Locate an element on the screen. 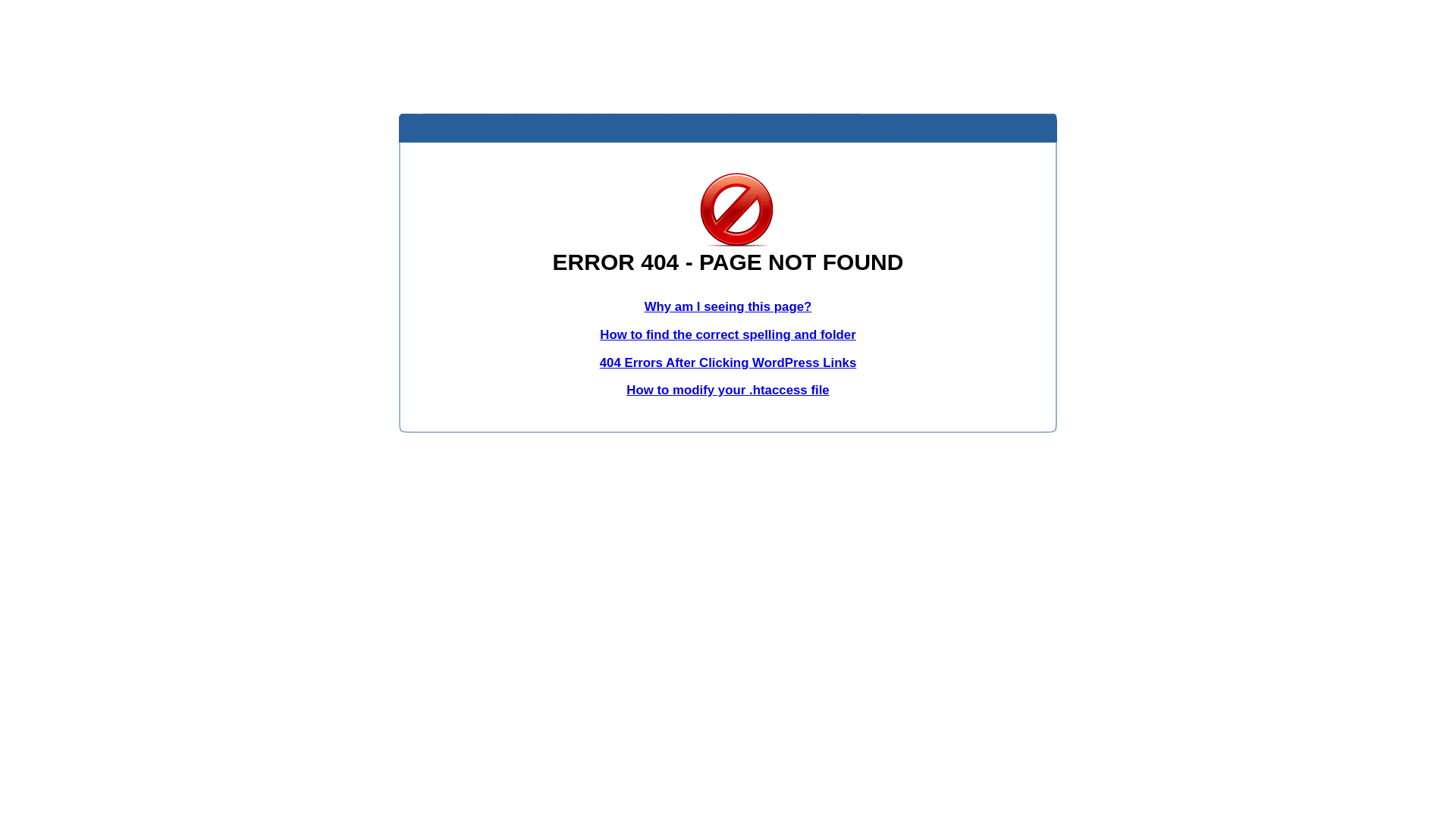  'How to modify your .htaccess file' is located at coordinates (726, 389).